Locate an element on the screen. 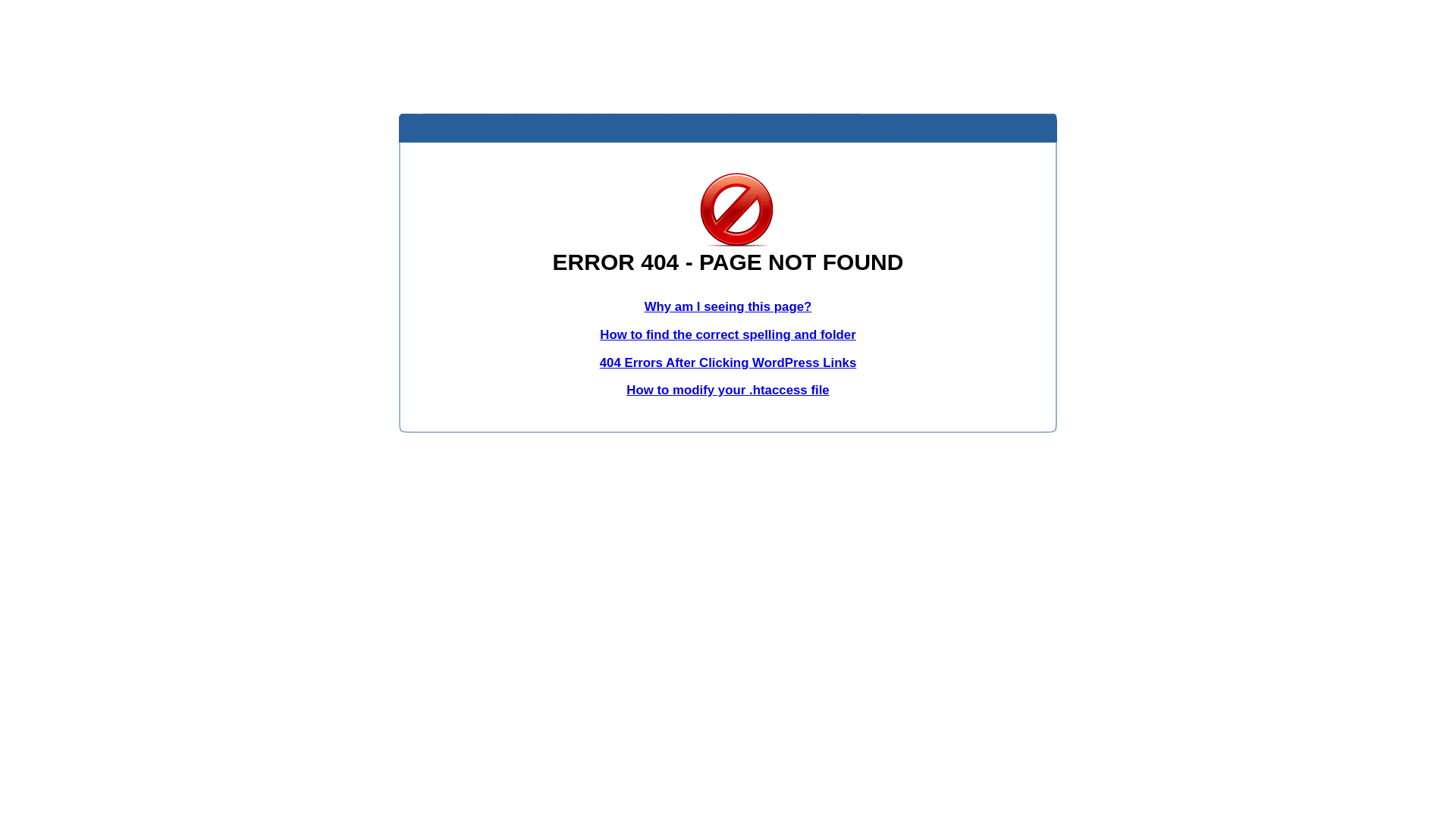  'How to modify your .htaccess file' is located at coordinates (726, 389).